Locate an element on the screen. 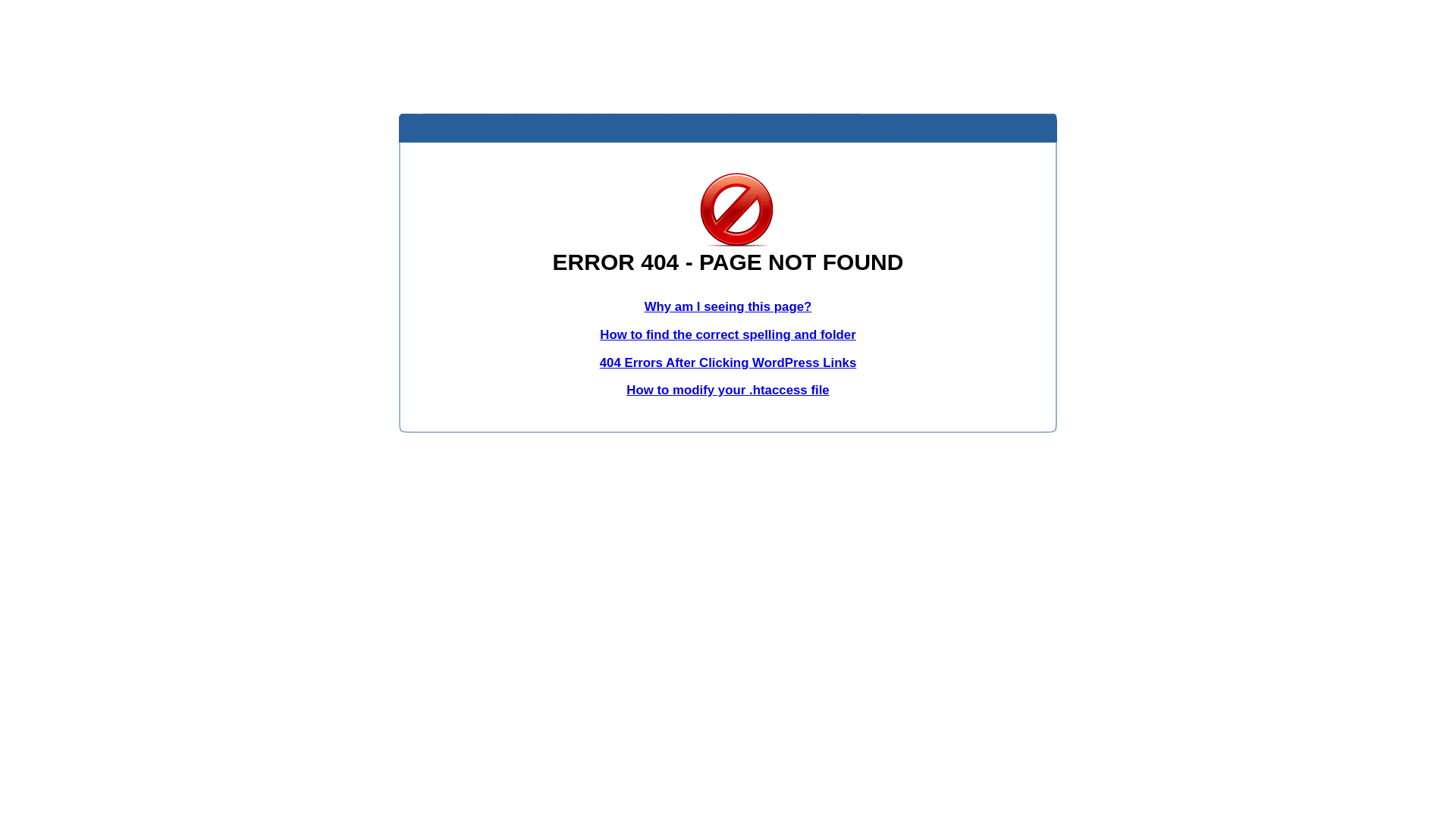  'How to modify your .htaccess file' is located at coordinates (726, 389).